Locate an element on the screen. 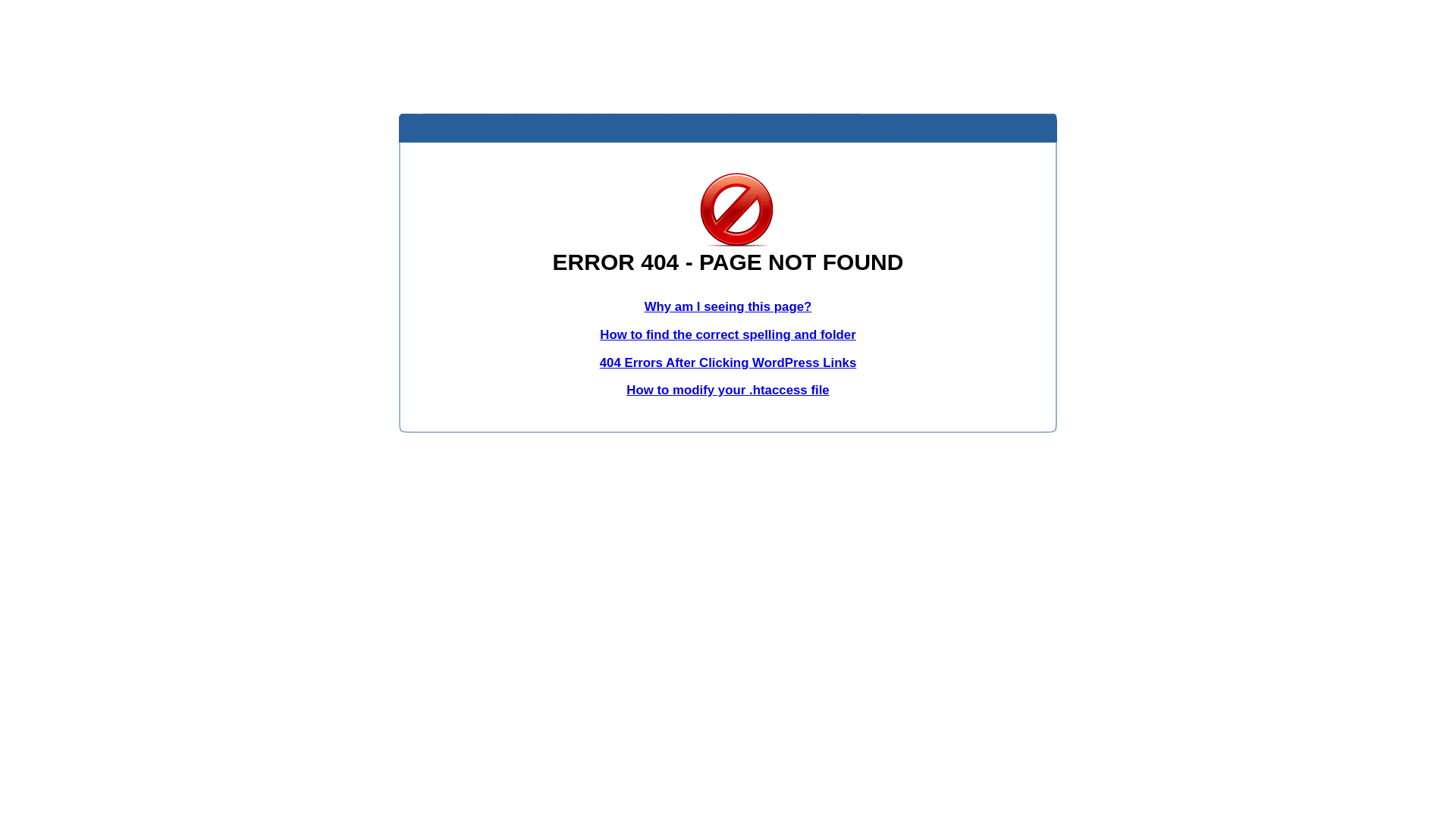  'How to modify your .htaccess file' is located at coordinates (726, 389).